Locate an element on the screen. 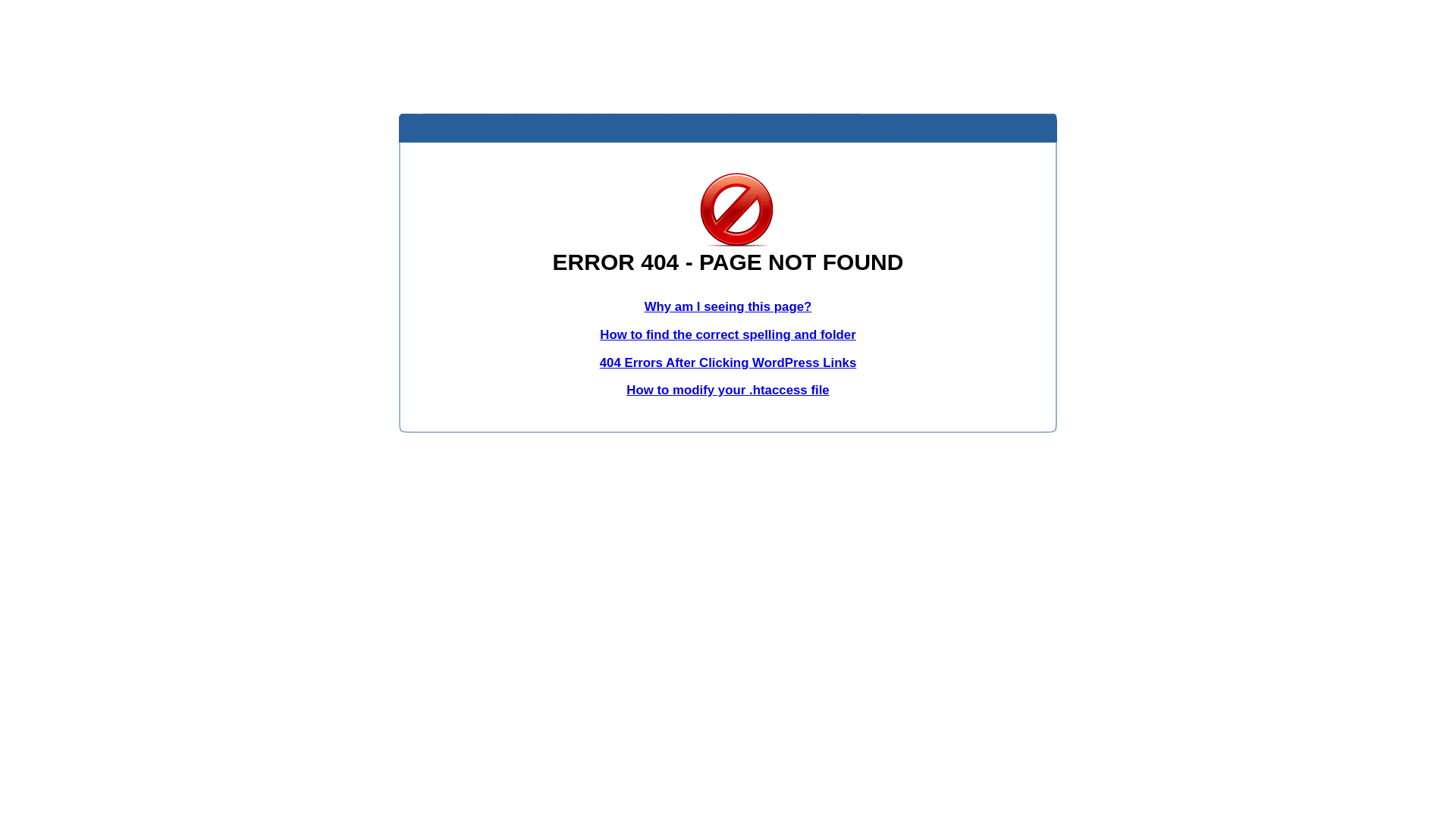  'How to modify your .htaccess file' is located at coordinates (726, 389).